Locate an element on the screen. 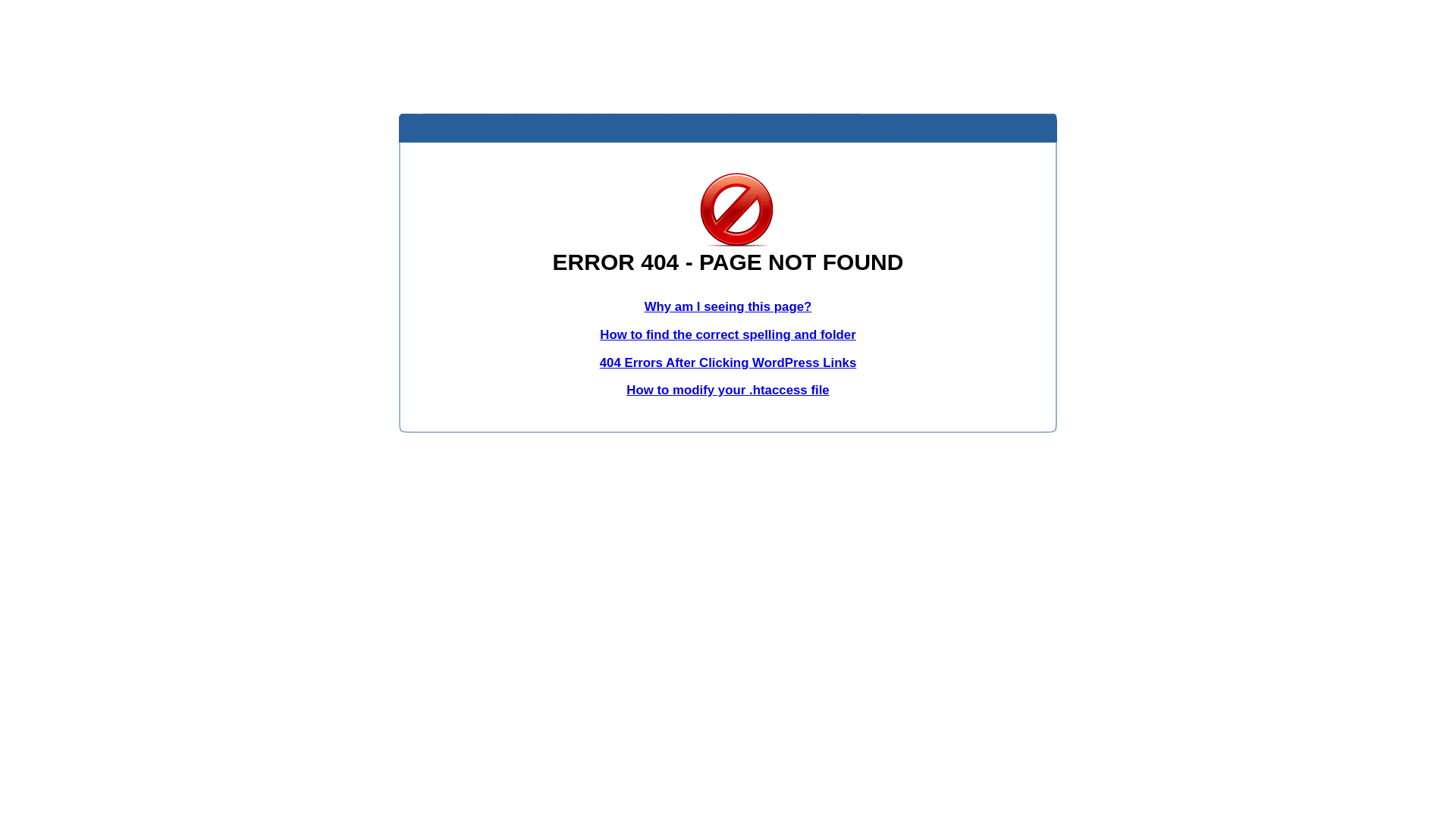  'How to modify your .htaccess file' is located at coordinates (726, 389).